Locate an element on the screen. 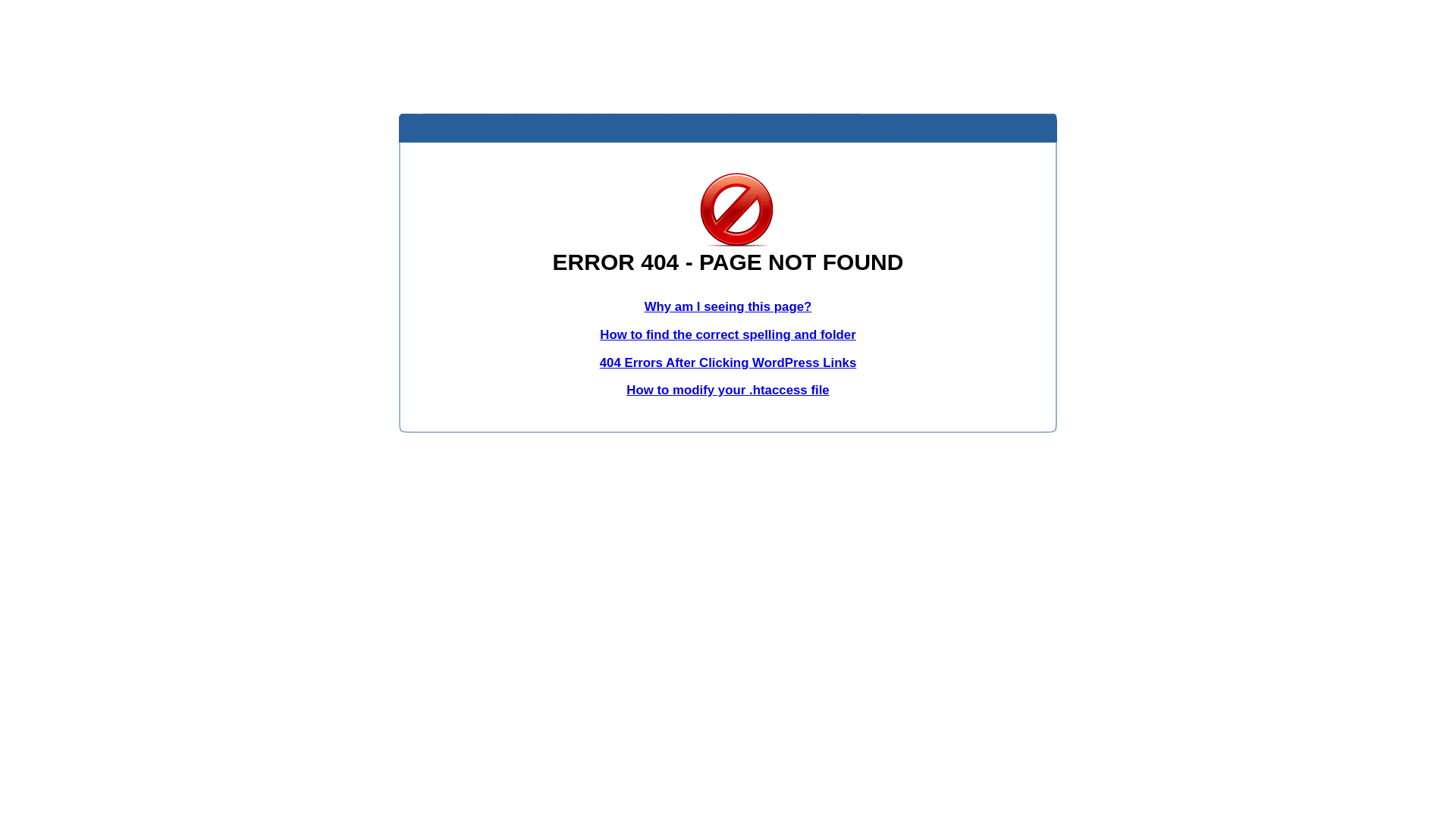  'How to modify your .htaccess file' is located at coordinates (726, 389).